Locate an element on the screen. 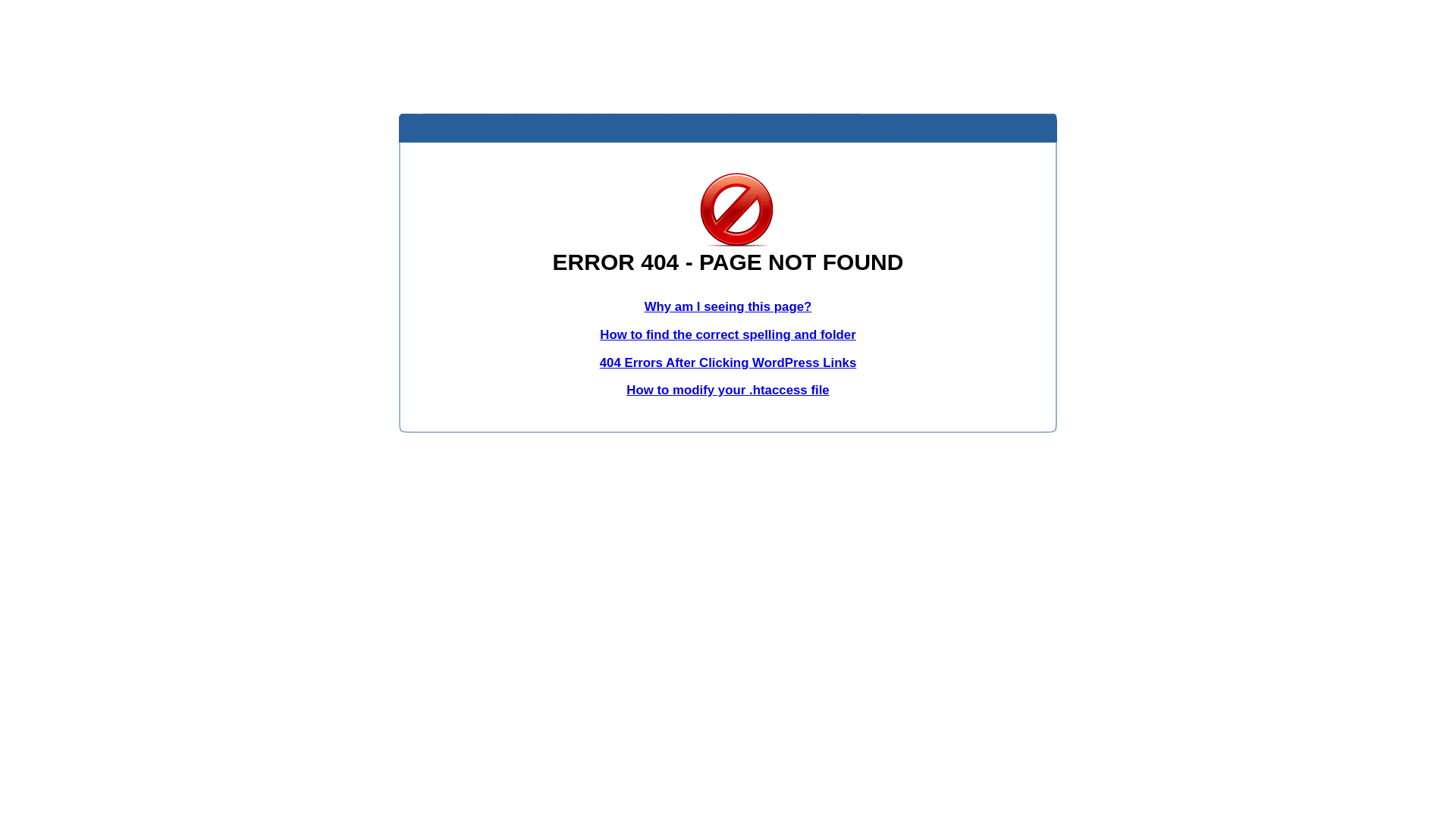  'How to modify your .htaccess file' is located at coordinates (726, 389).